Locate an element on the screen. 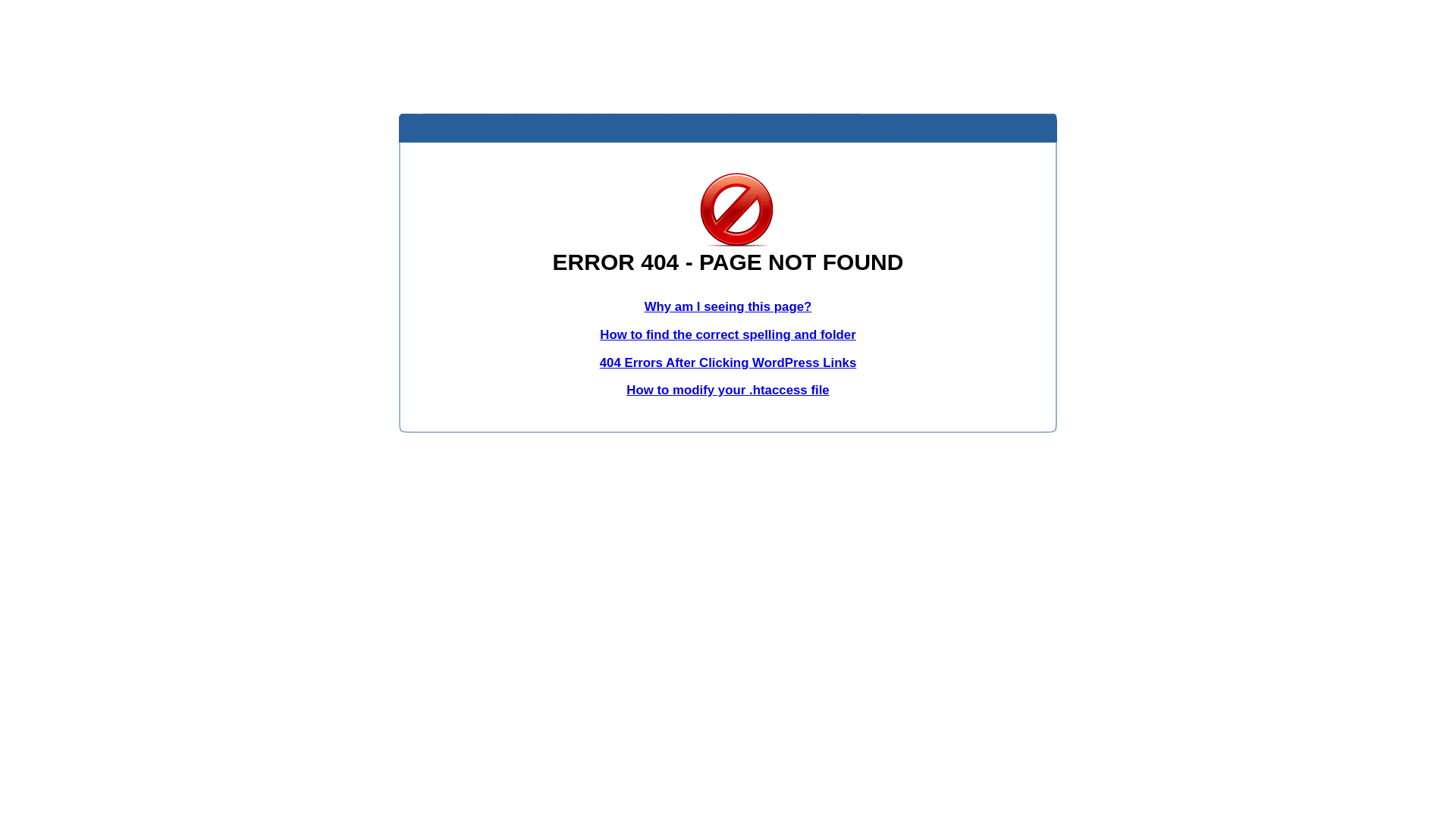  'How to modify your .htaccess file' is located at coordinates (726, 389).